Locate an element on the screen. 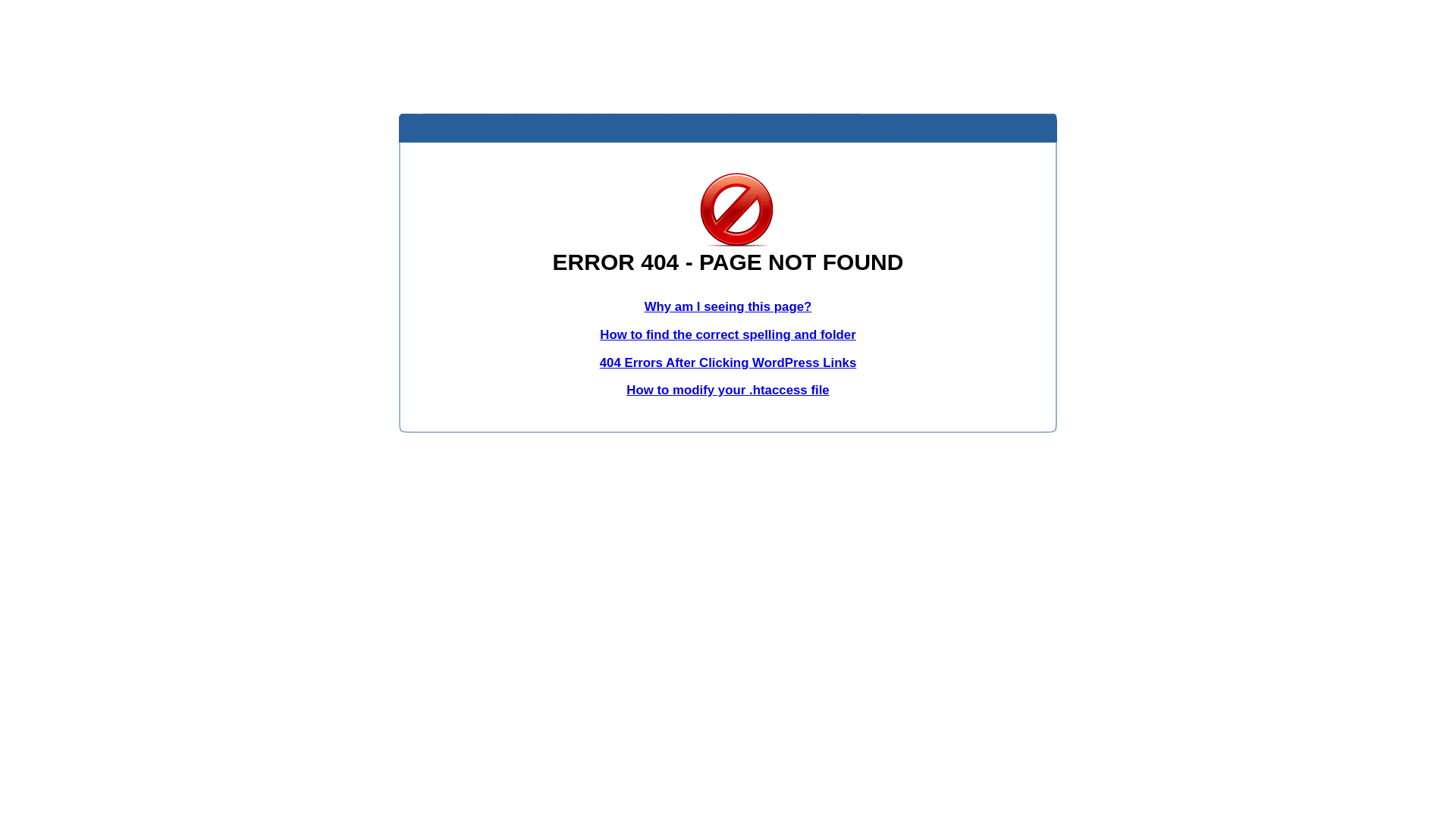  'How to modify your .htaccess file' is located at coordinates (726, 389).